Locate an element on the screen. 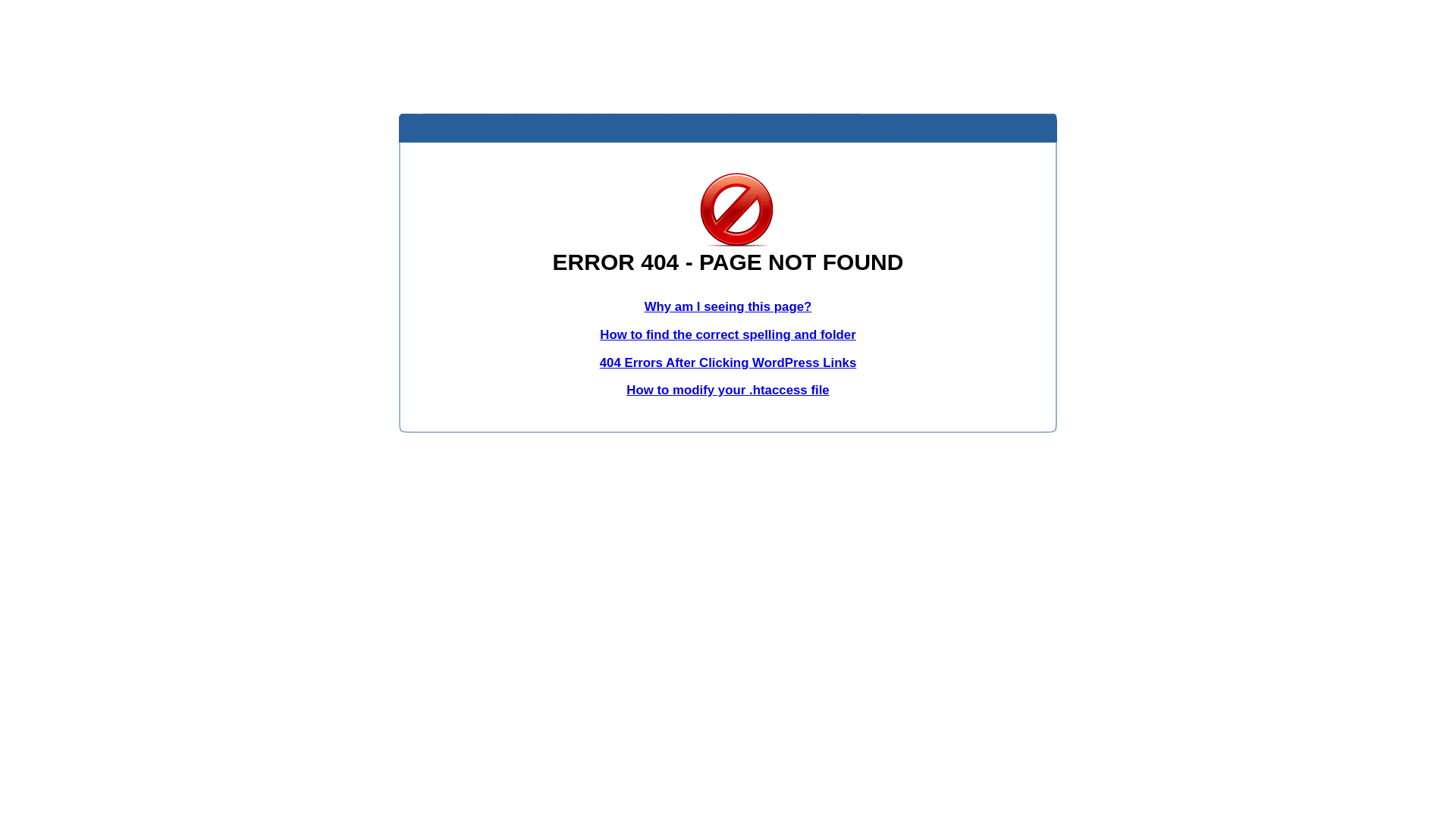  'How to modify your .htaccess file' is located at coordinates (726, 389).